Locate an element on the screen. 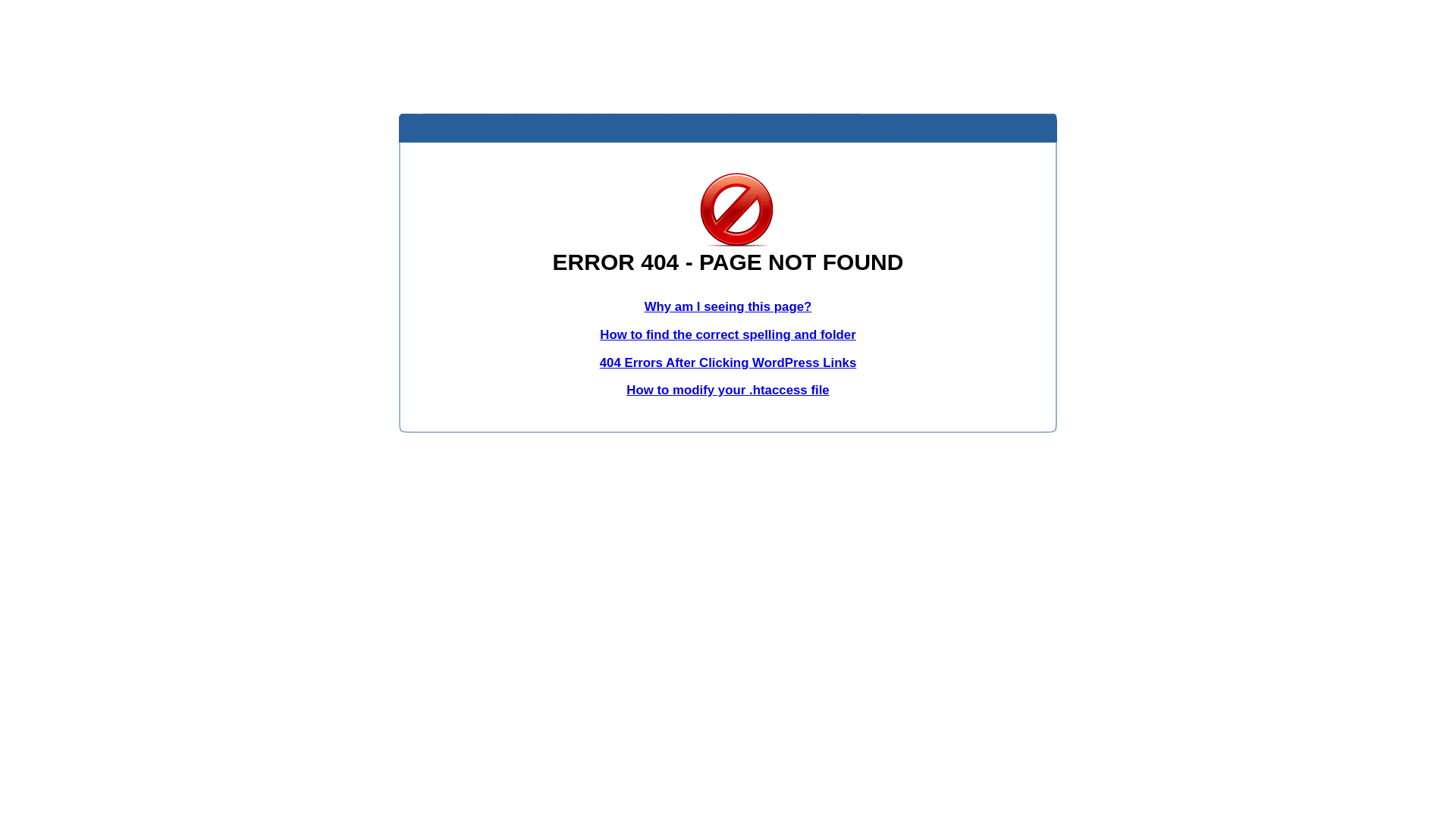  'How to modify your .htaccess file' is located at coordinates (726, 389).